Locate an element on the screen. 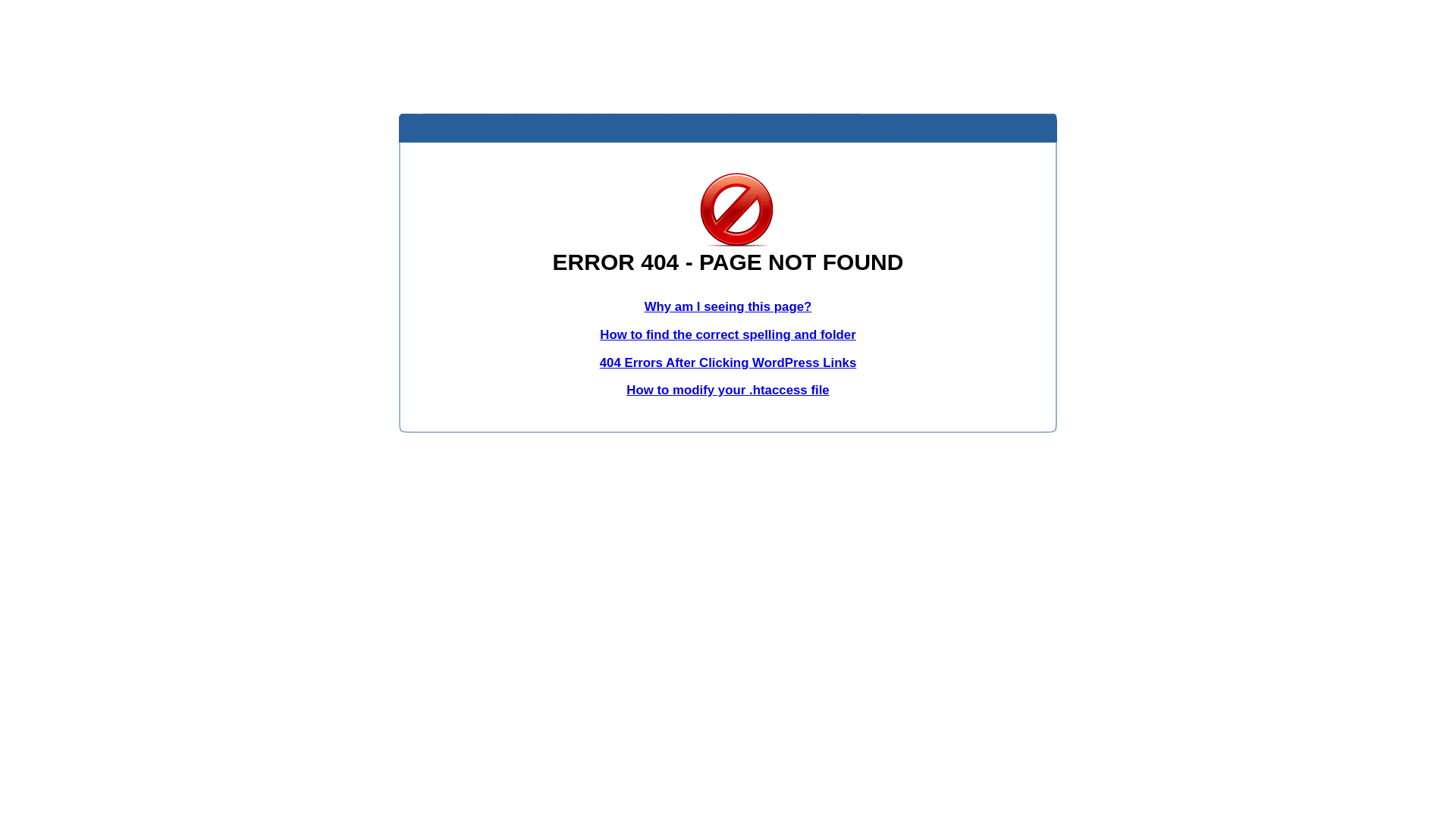  'How to modify your .htaccess file' is located at coordinates (726, 389).